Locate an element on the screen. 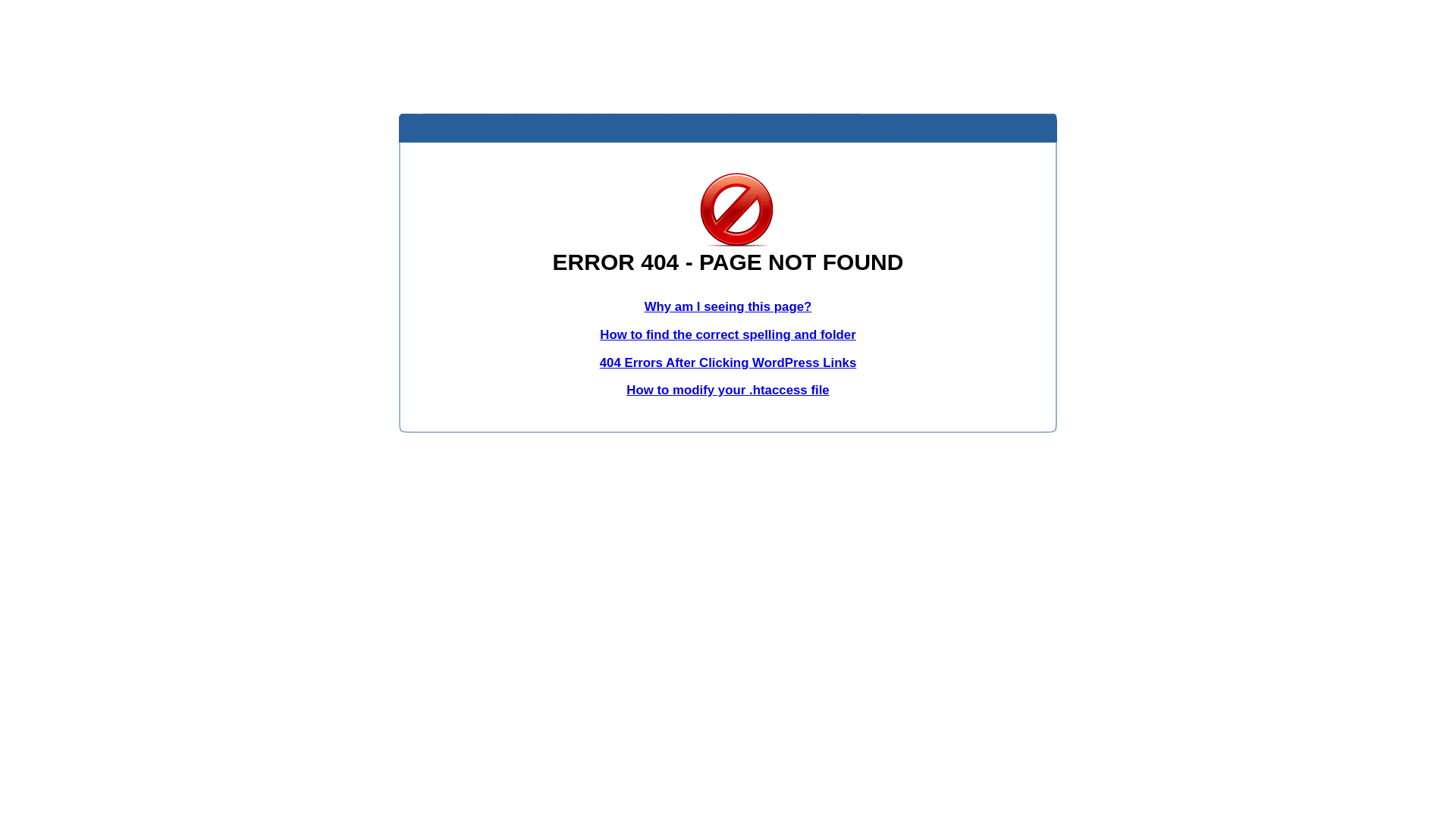  'How to modify your .htaccess file' is located at coordinates (726, 389).